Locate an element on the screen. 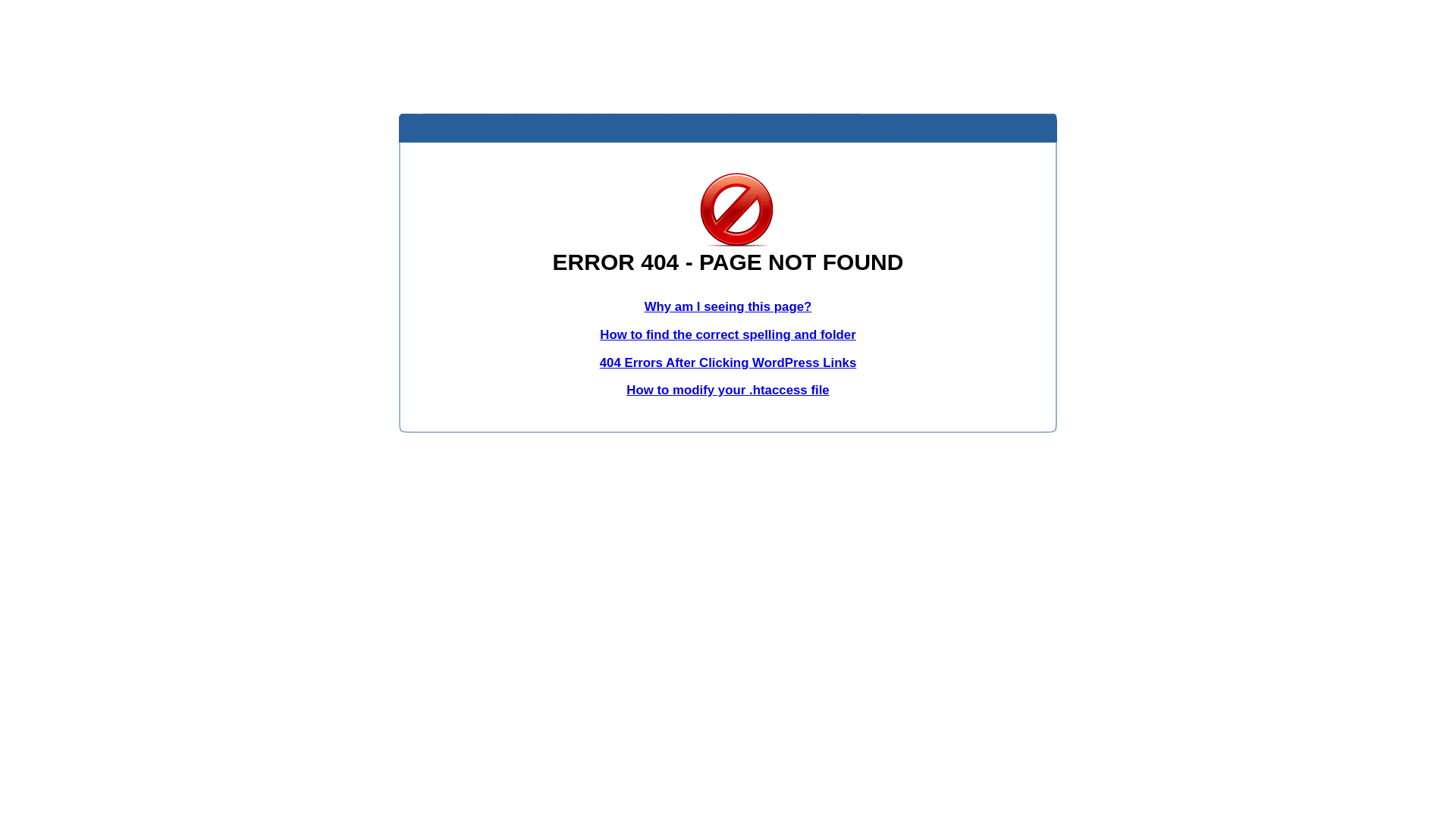  'How to modify your .htaccess file' is located at coordinates (726, 389).